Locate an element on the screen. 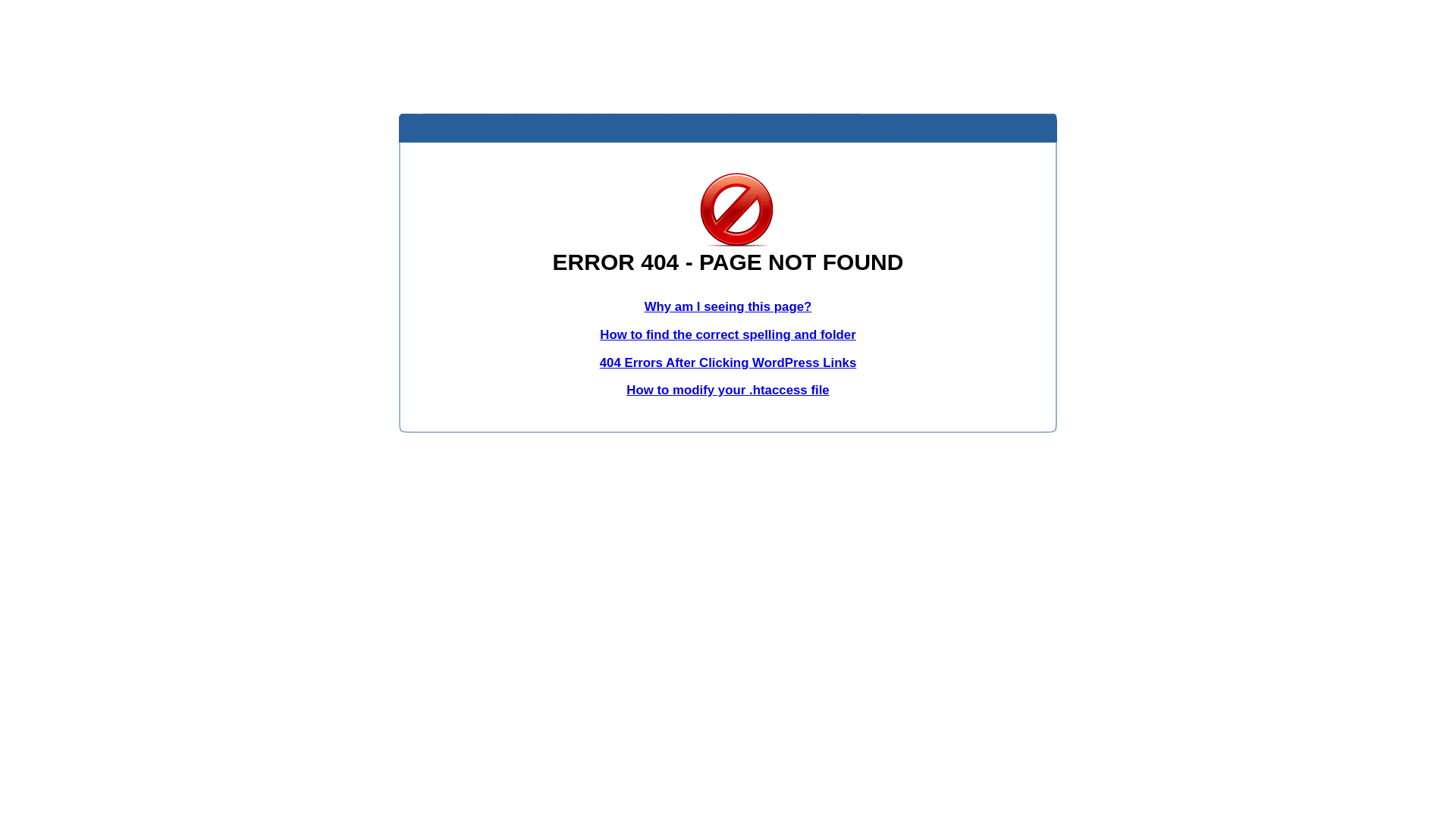  'How to modify your .htaccess file' is located at coordinates (726, 389).